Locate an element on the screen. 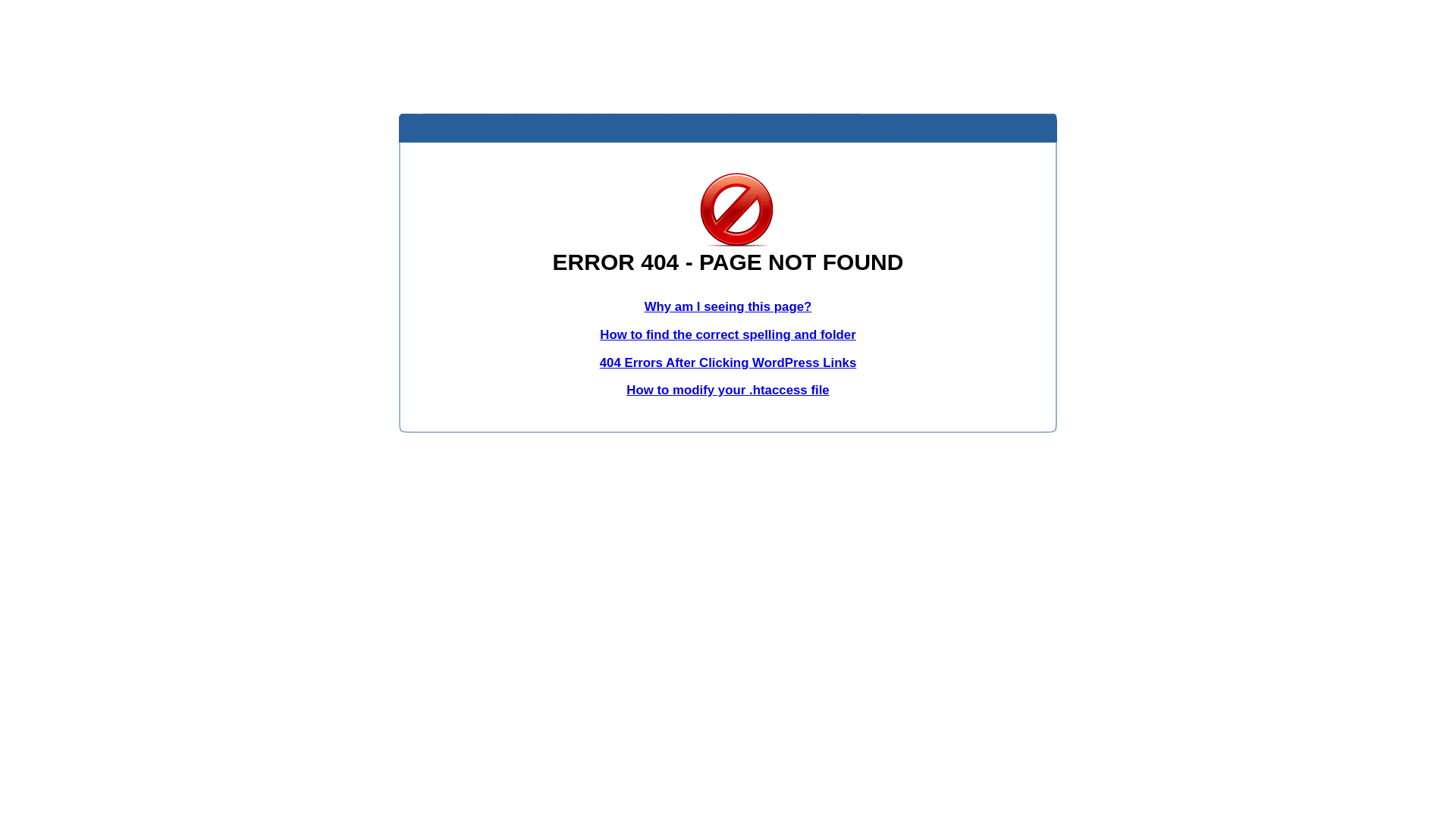  'How to modify your .htaccess file' is located at coordinates (726, 389).